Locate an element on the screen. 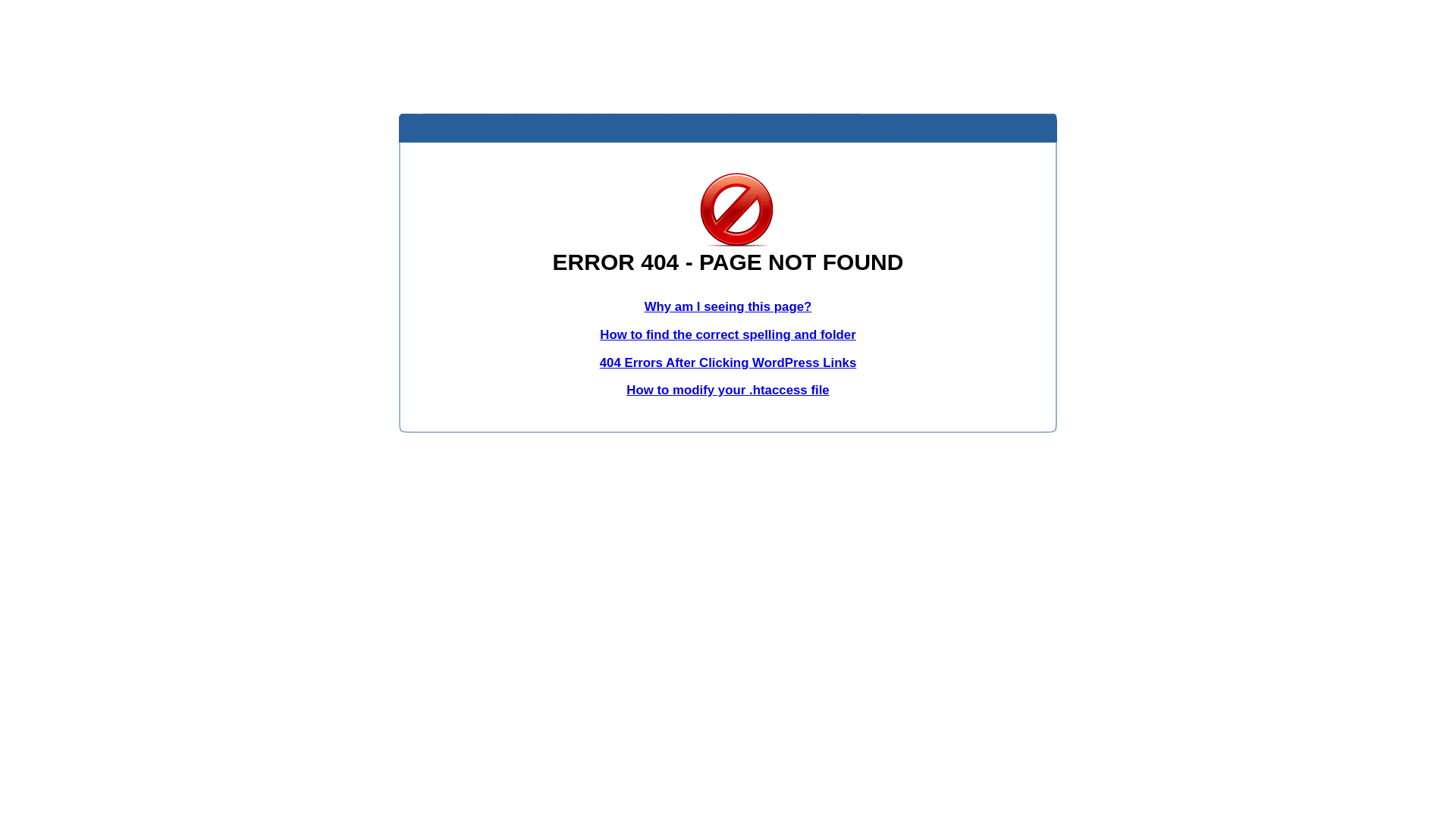  'How to modify your .htaccess file' is located at coordinates (726, 389).